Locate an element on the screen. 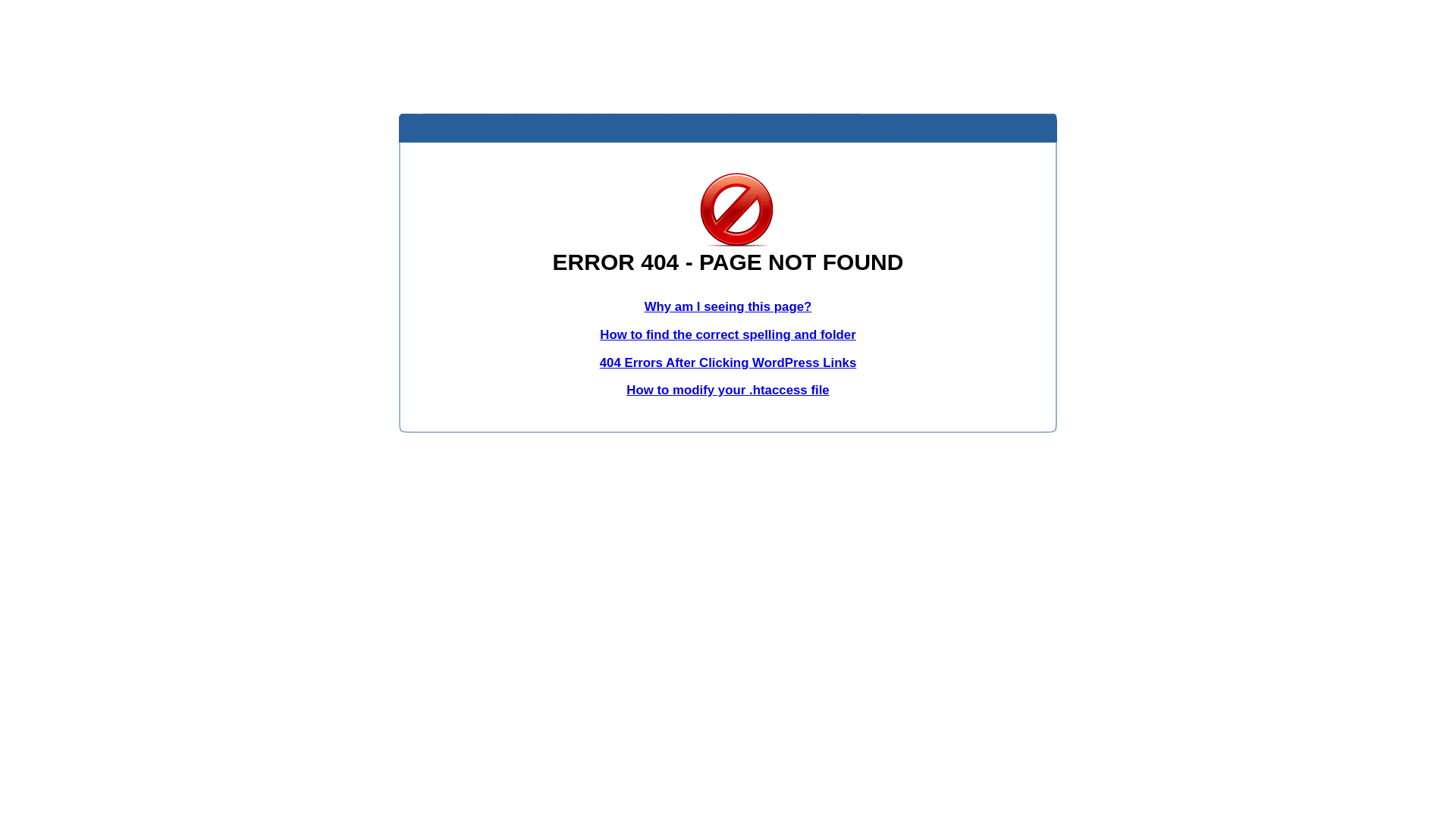  'How to modify your .htaccess file' is located at coordinates (726, 389).